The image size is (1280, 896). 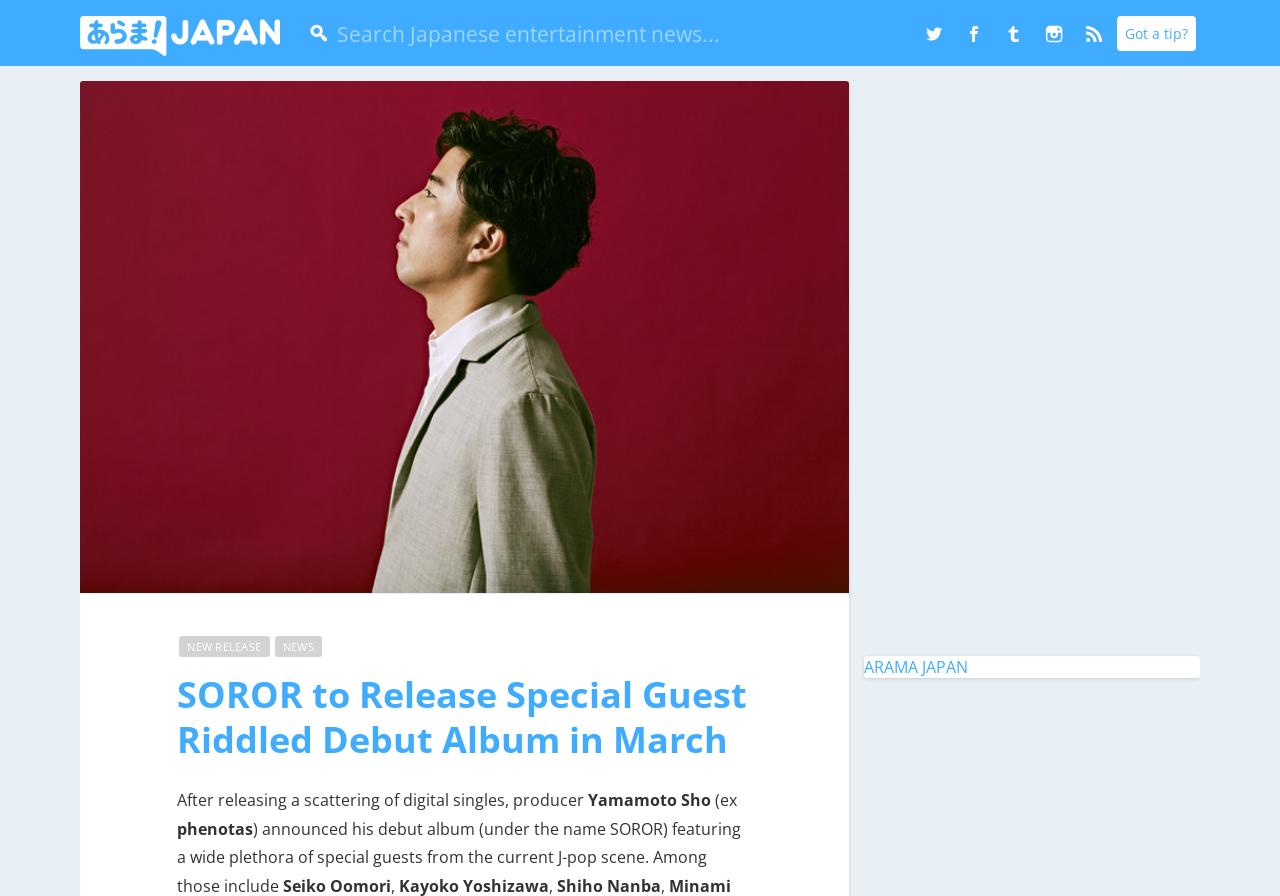 I want to click on 'RSS', so click(x=1107, y=48).